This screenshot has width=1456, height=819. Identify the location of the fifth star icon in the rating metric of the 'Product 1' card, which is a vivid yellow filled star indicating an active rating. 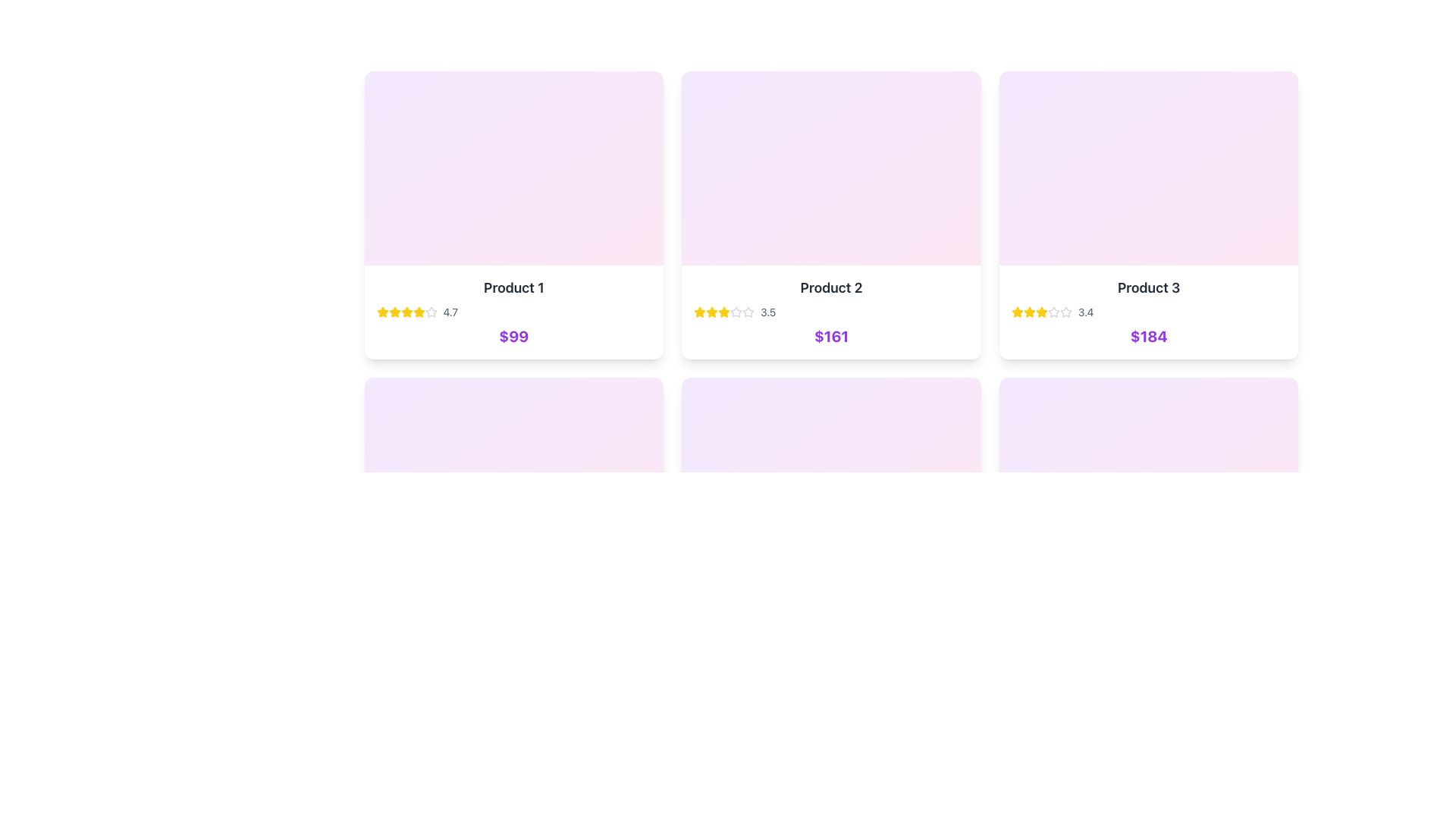
(406, 312).